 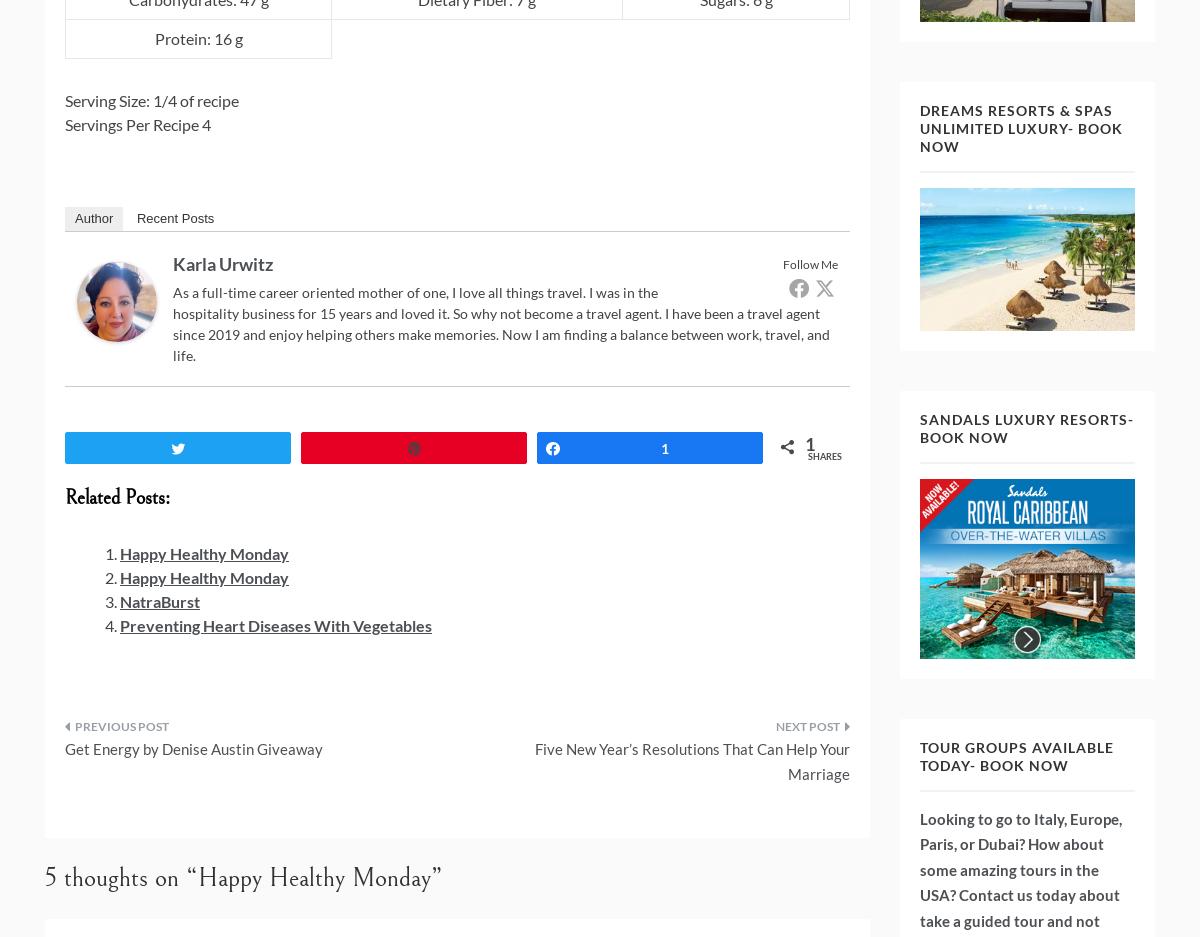 I want to click on 'Protein:', so click(x=181, y=37).